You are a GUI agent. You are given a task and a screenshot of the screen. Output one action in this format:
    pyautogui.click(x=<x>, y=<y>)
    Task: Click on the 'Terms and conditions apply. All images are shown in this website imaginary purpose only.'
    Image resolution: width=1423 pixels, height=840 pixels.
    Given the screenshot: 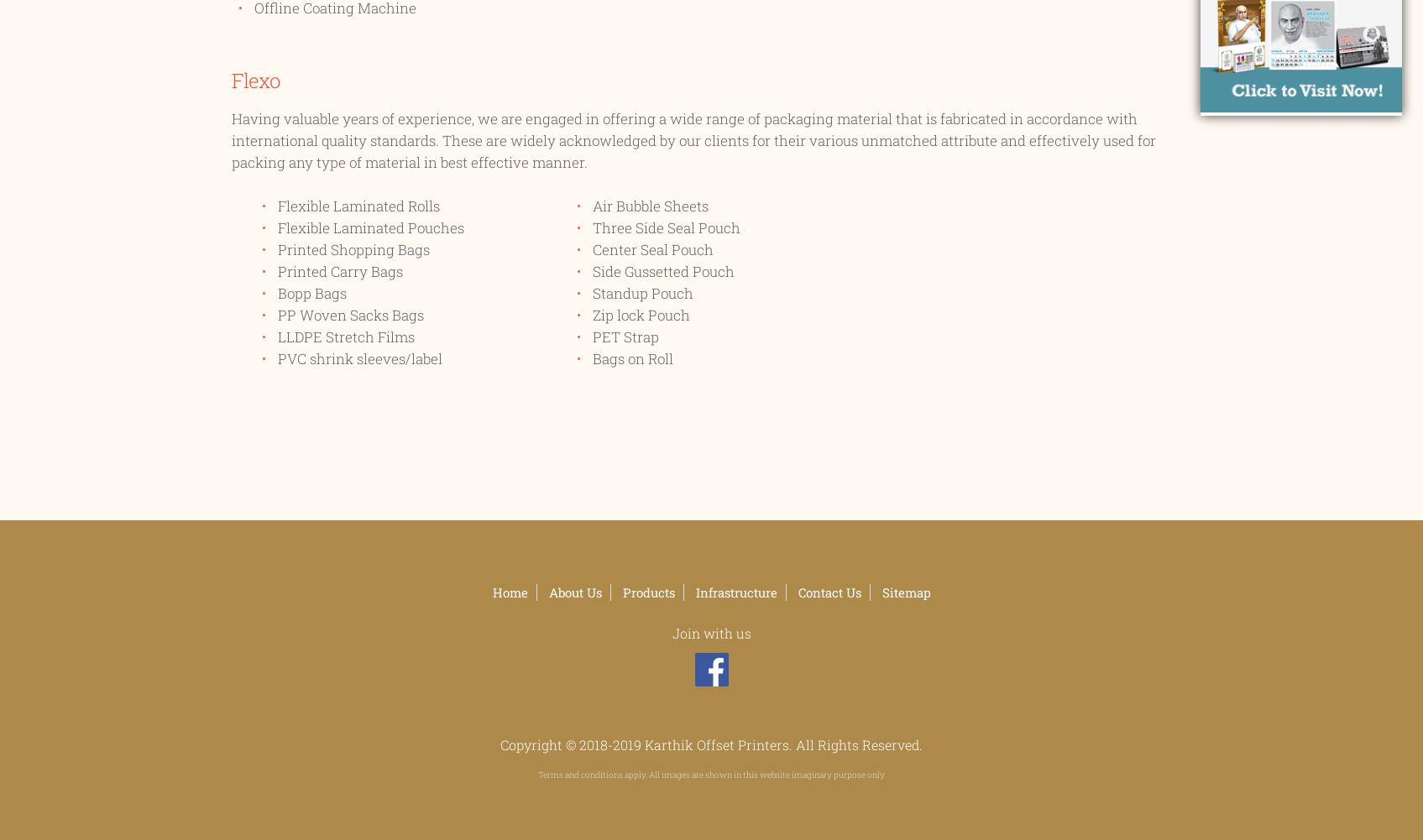 What is the action you would take?
    pyautogui.click(x=710, y=774)
    